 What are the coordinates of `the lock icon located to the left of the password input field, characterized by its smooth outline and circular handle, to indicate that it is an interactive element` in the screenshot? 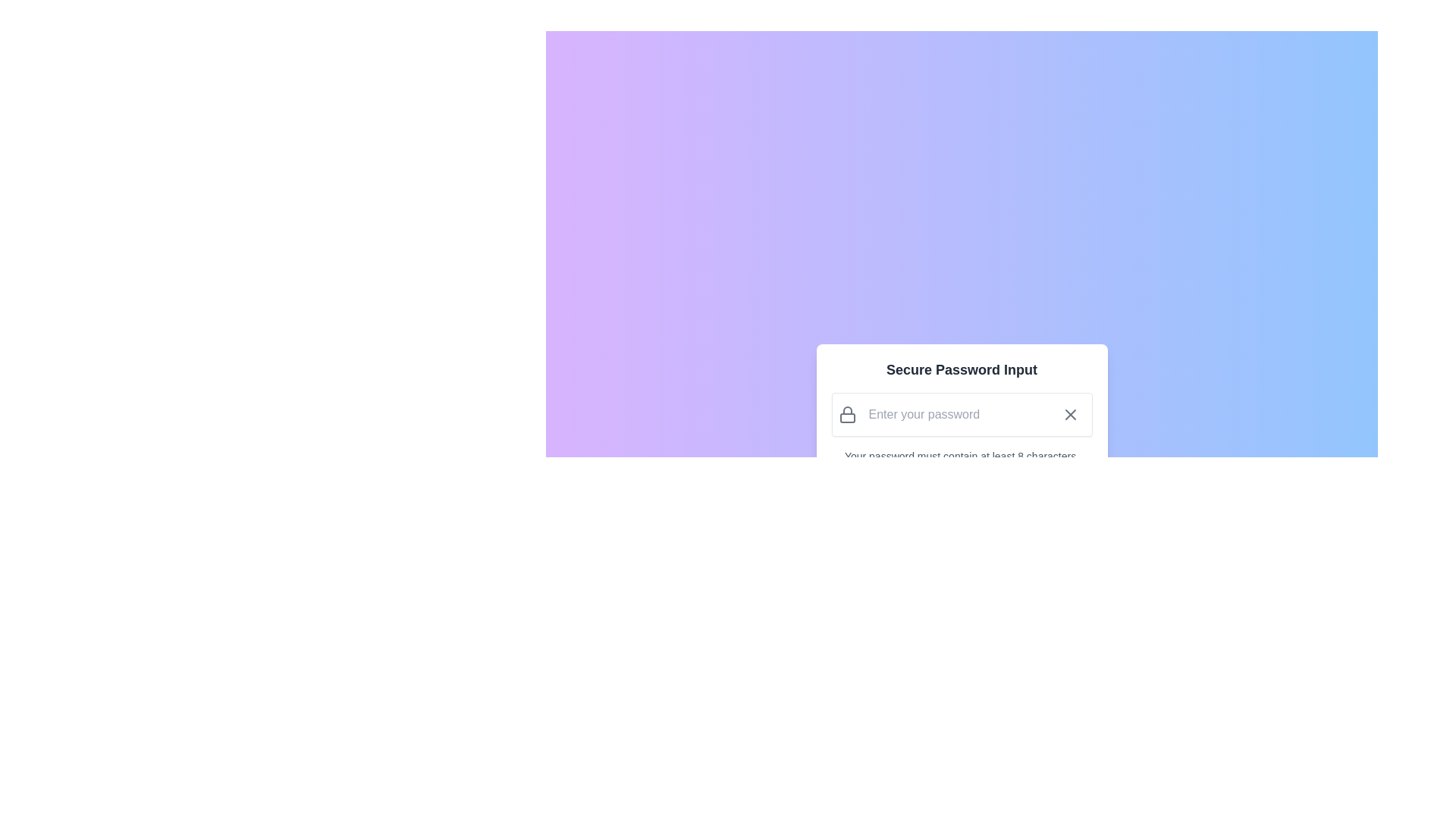 It's located at (846, 415).